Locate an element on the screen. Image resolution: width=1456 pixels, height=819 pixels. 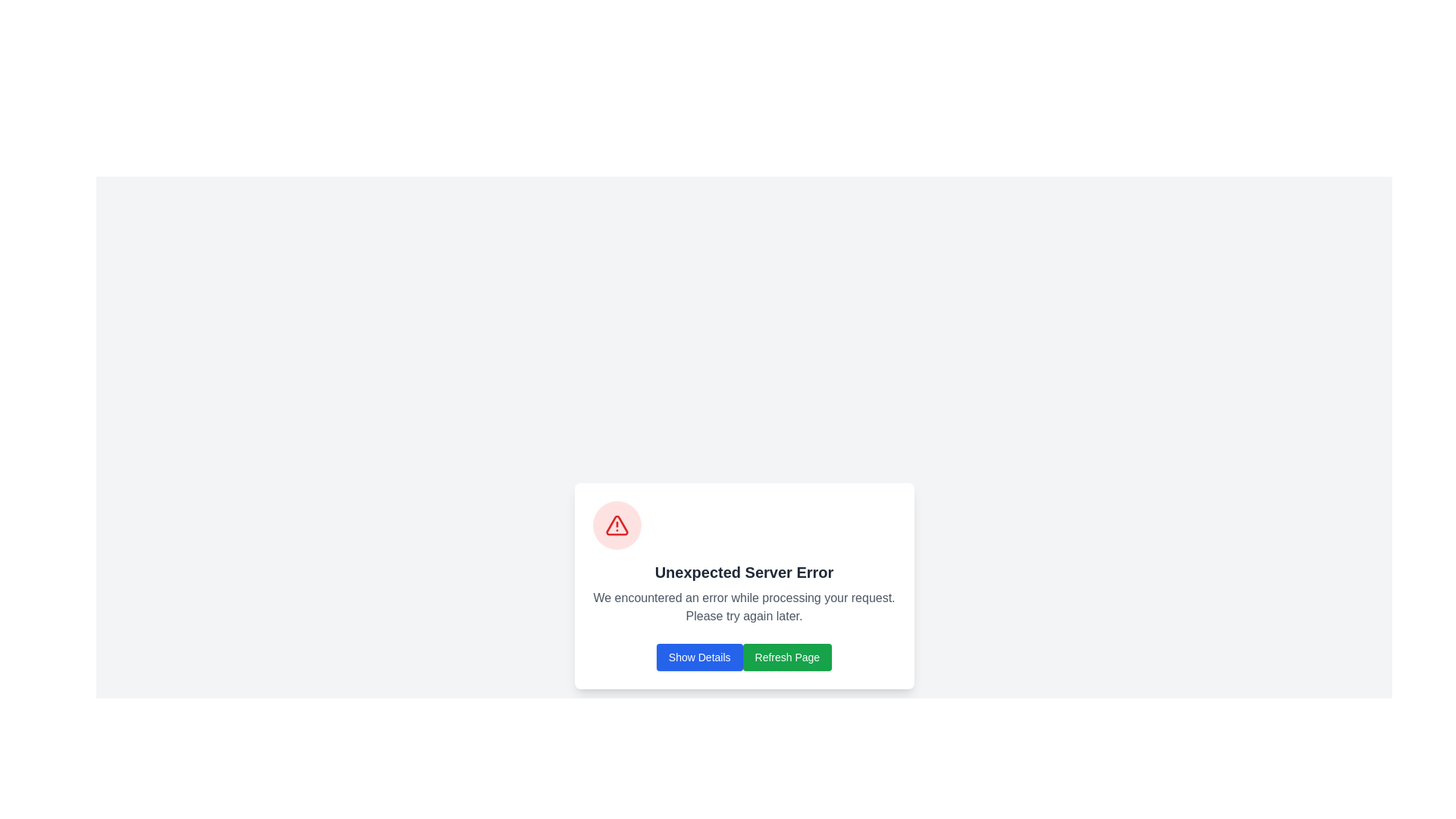
the error or warning icon located at the top-left of the popup card, which indicates an error state in the interface is located at coordinates (617, 525).